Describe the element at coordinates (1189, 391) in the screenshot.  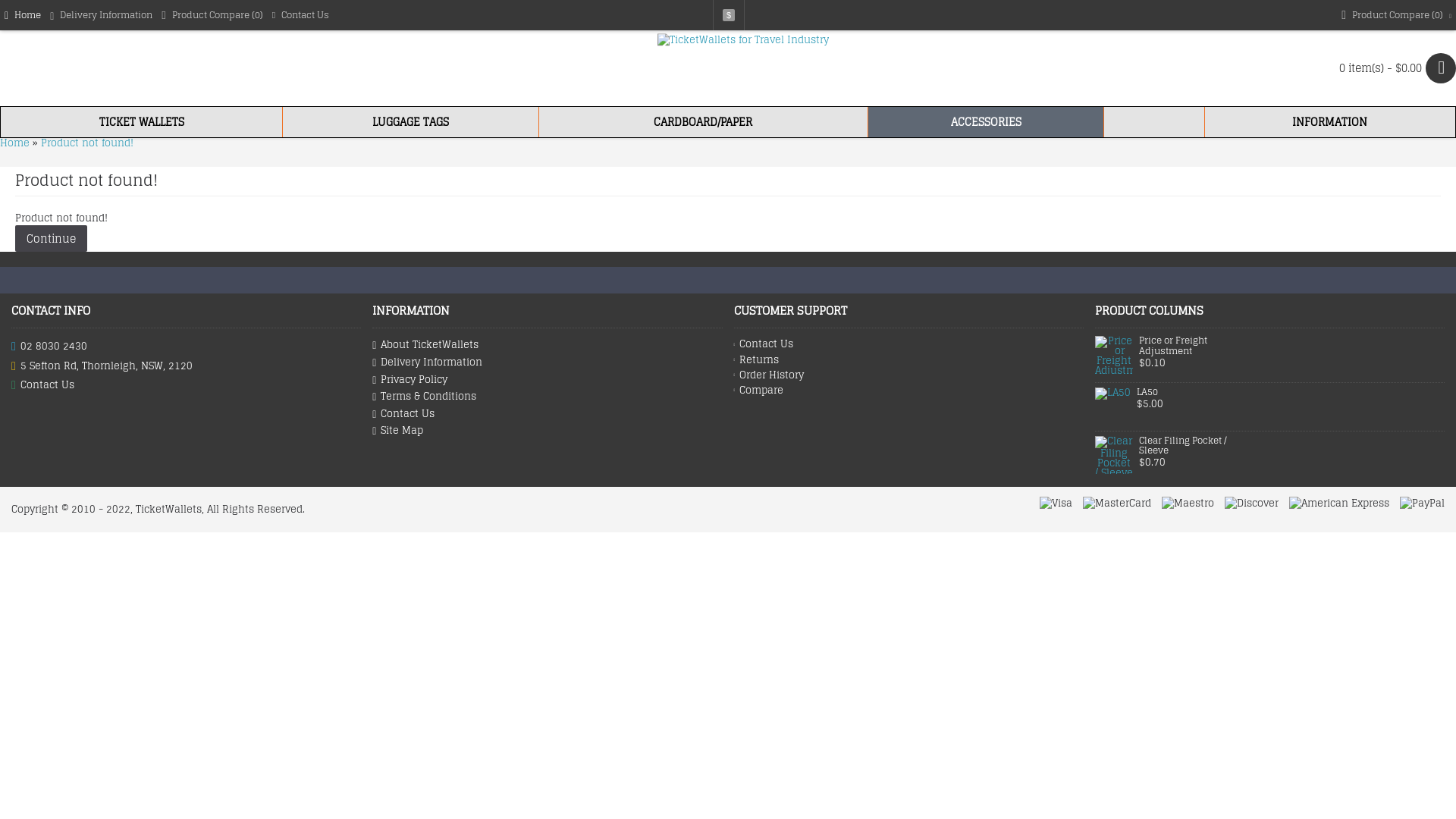
I see `'LA50'` at that location.